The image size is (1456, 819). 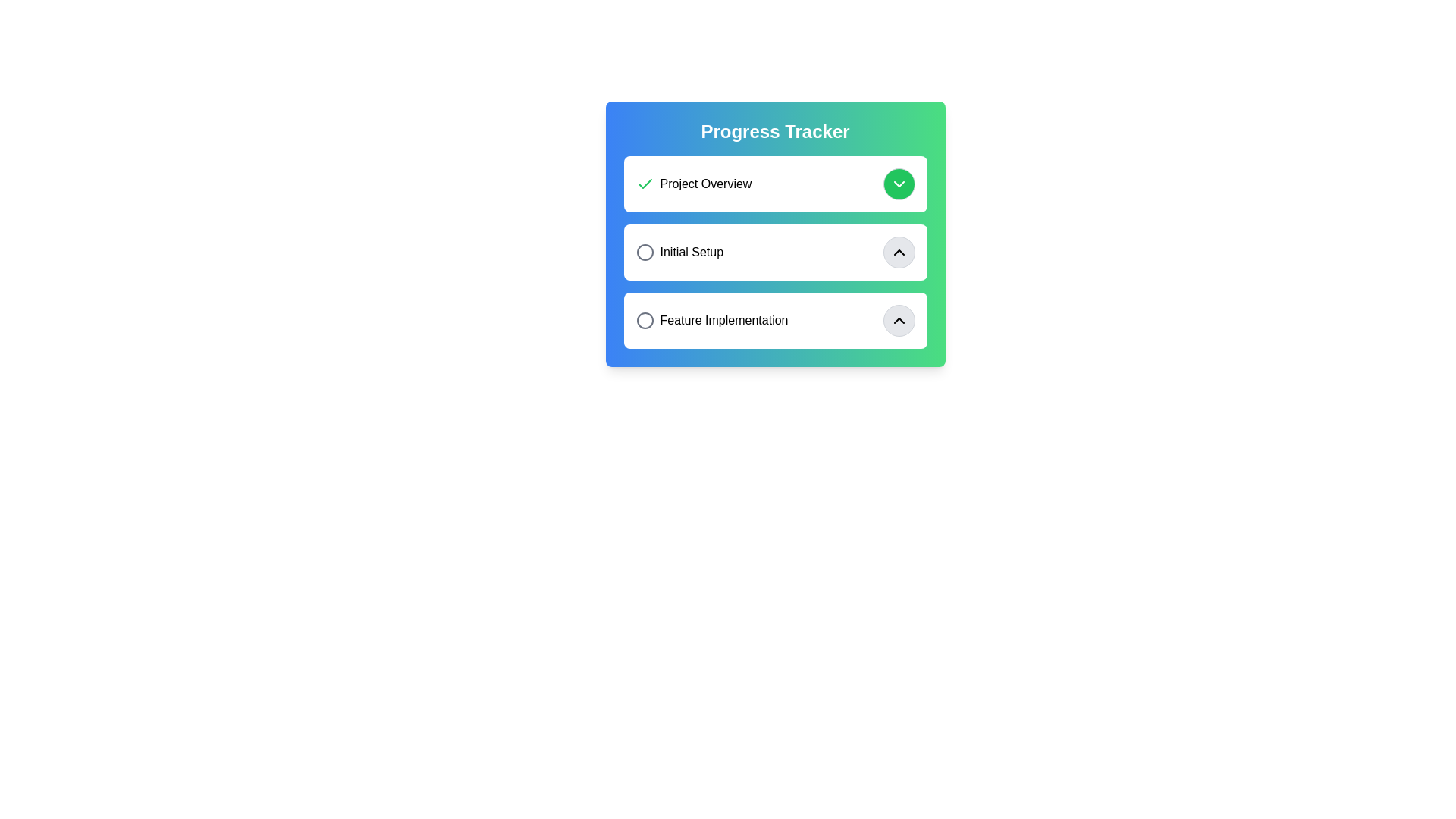 What do you see at coordinates (899, 320) in the screenshot?
I see `the circular button with a gray background and a black upward chevron icon located in the 'Feature Implementation' section of the 'Progress Tracker' card` at bounding box center [899, 320].